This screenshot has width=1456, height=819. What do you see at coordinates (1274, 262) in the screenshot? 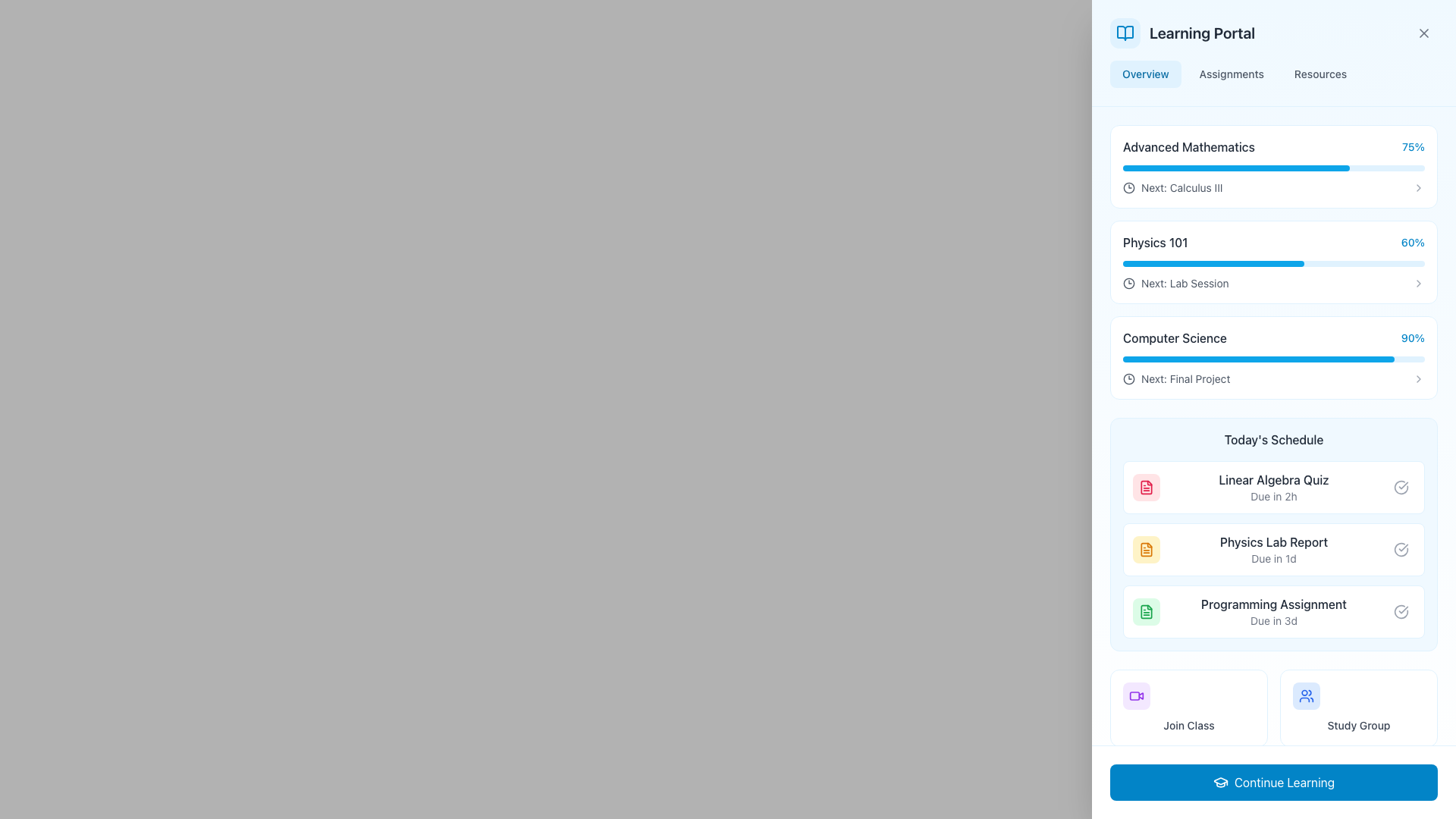
I see `the horizontal thin progress bar with a light blue background indicating 60% progress in the 'Physics 101' section` at bounding box center [1274, 262].